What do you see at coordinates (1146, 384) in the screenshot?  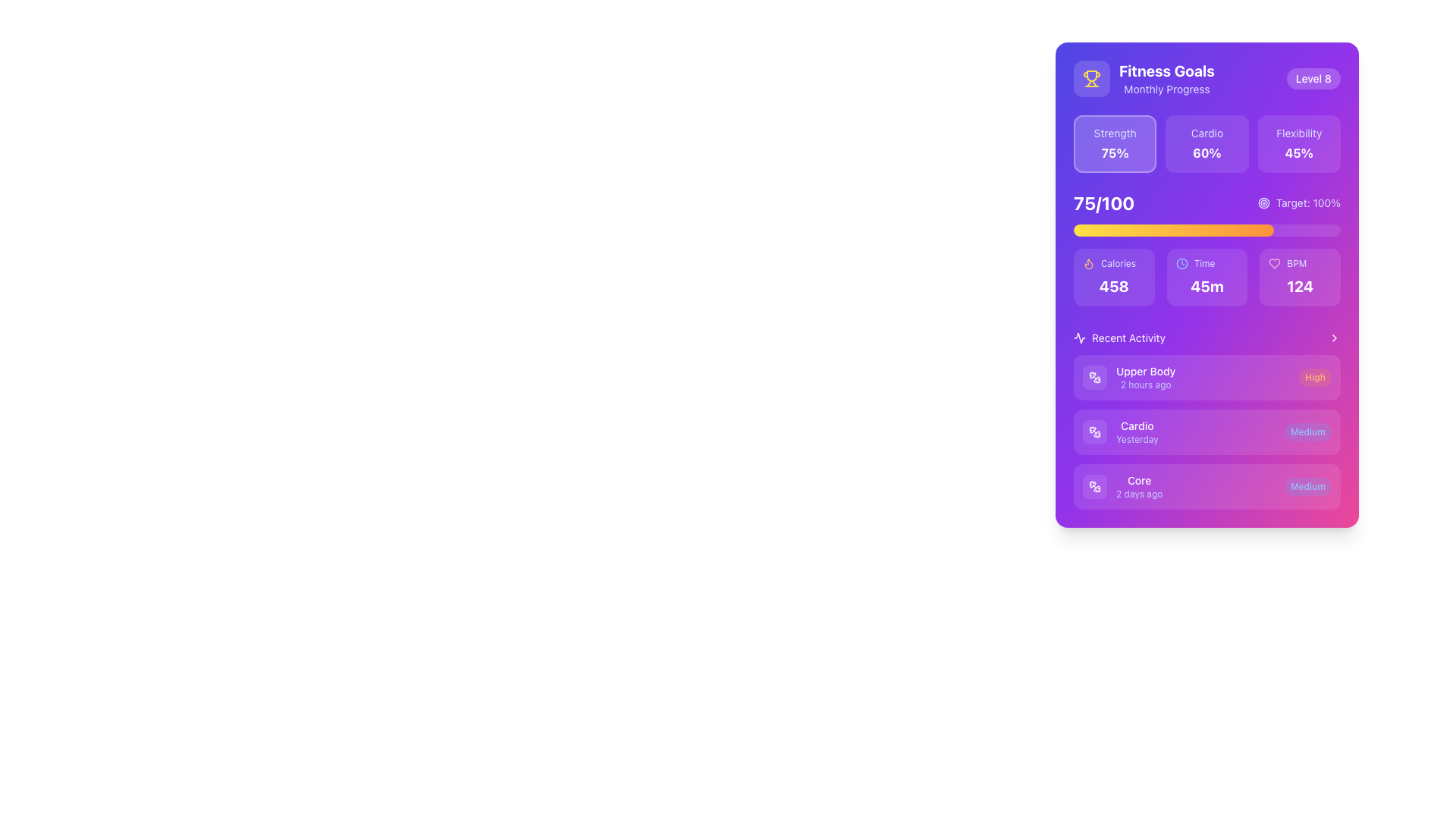 I see `text label stating '2 hours ago', which is styled in indigo-blue and positioned below the 'Upper Body' label in the 'Recent Activity' section` at bounding box center [1146, 384].